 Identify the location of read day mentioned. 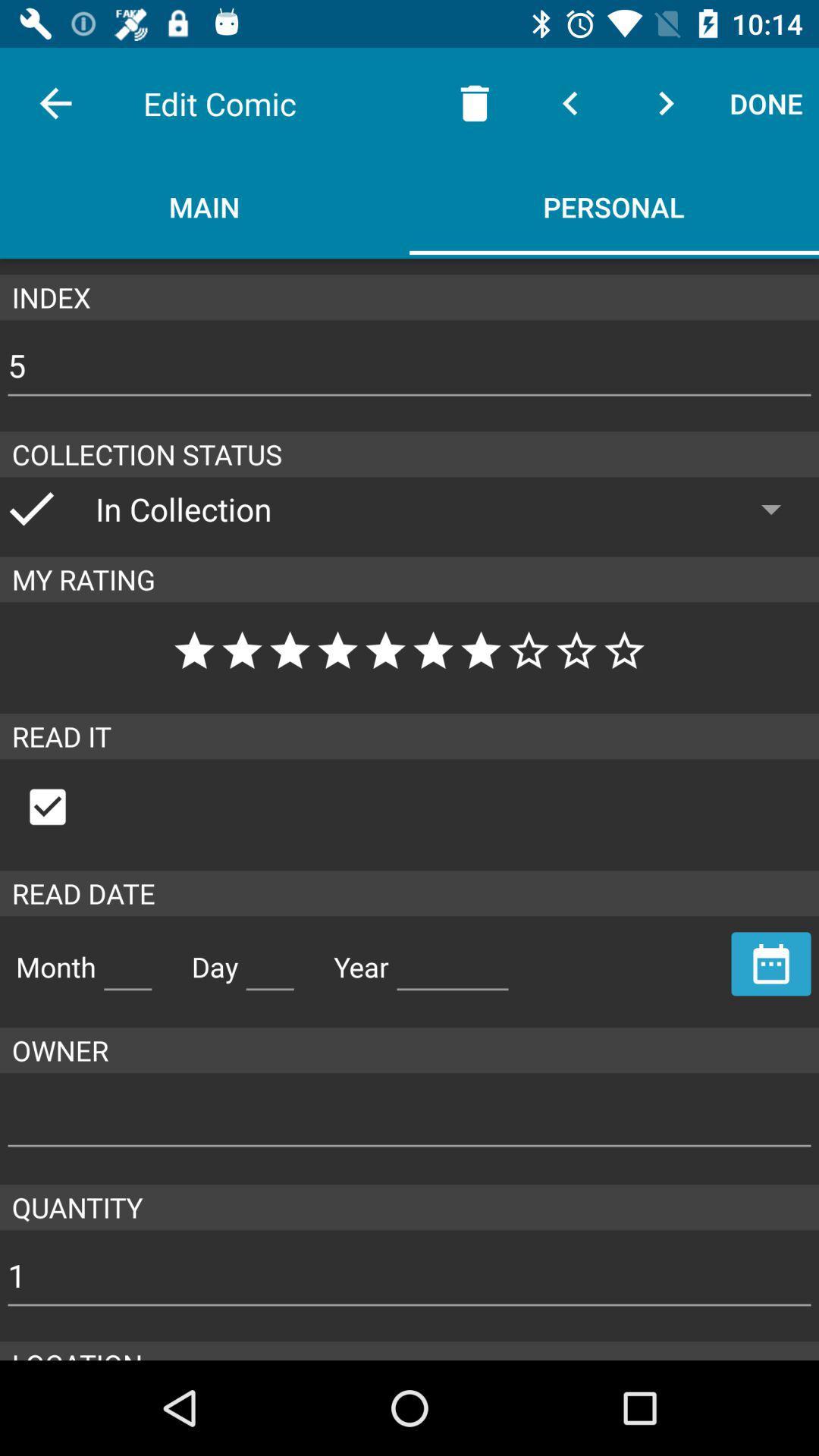
(269, 960).